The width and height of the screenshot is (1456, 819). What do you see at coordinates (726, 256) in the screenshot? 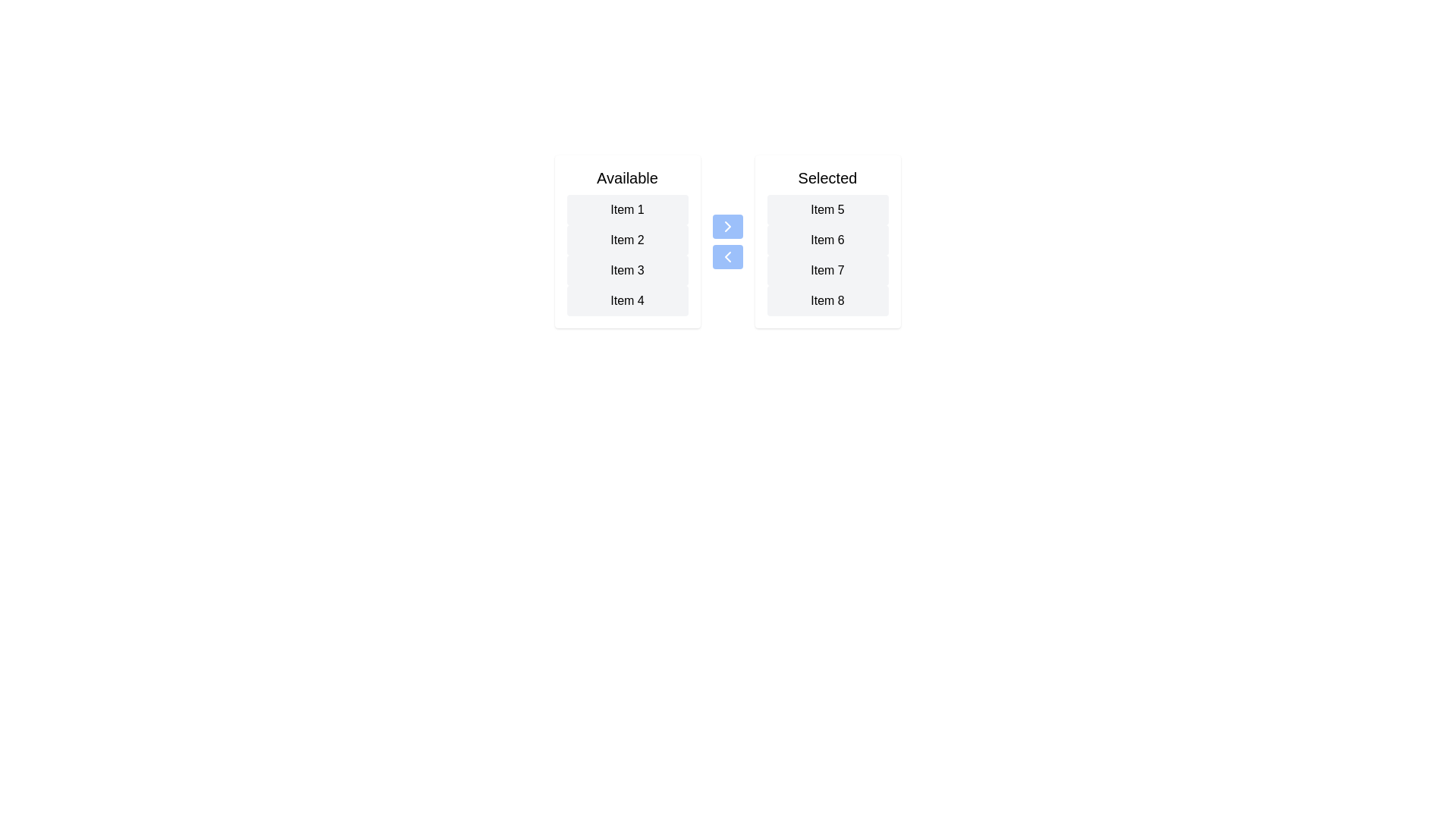
I see `the button that transfers items from the 'Selected' list back to the 'Available' list` at bounding box center [726, 256].